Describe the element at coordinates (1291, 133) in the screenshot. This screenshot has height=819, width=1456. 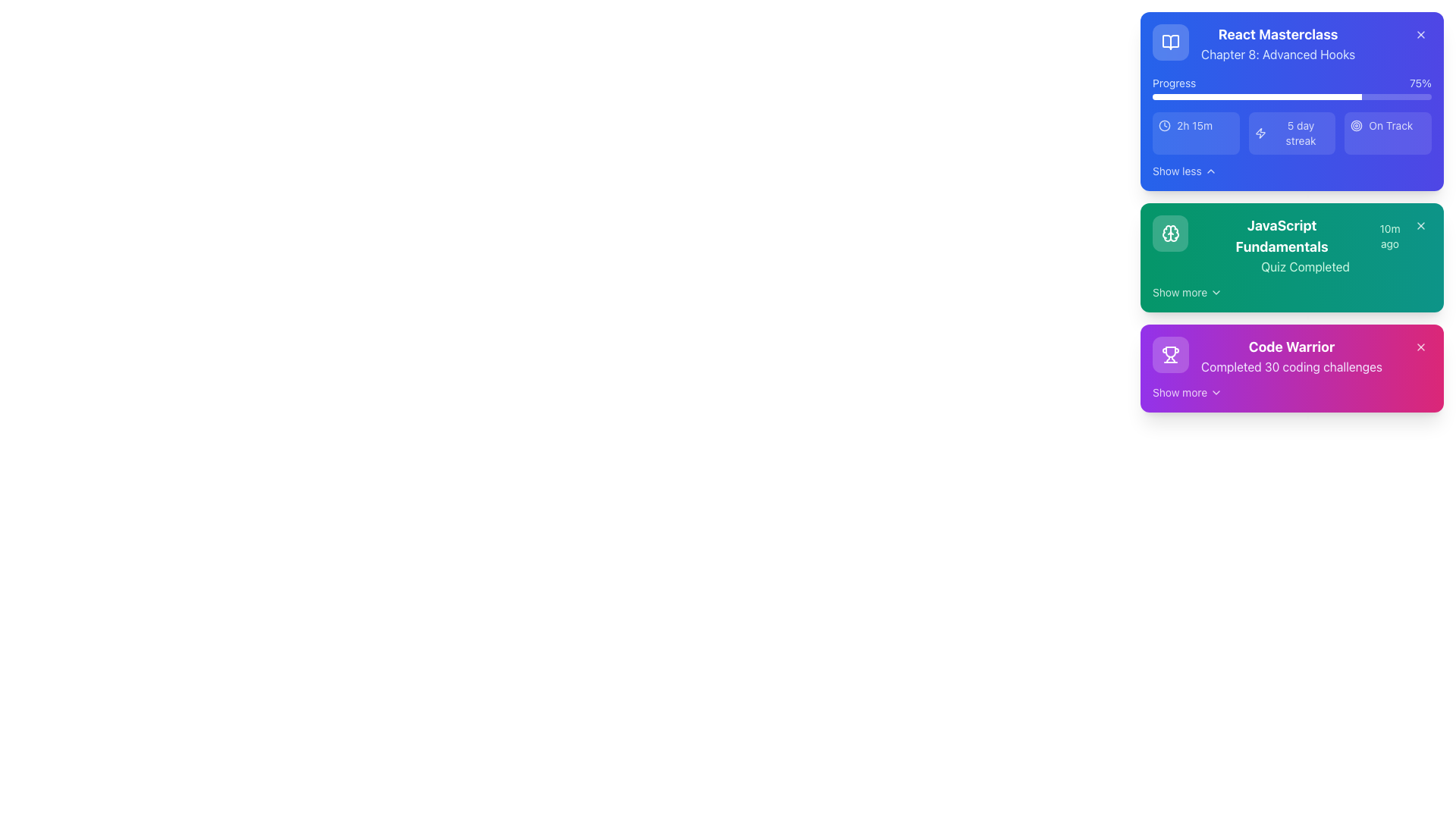
I see `the '5 day streak' label with a lightning icon located at the upper right corner of the 'React Masterclass' card` at that location.